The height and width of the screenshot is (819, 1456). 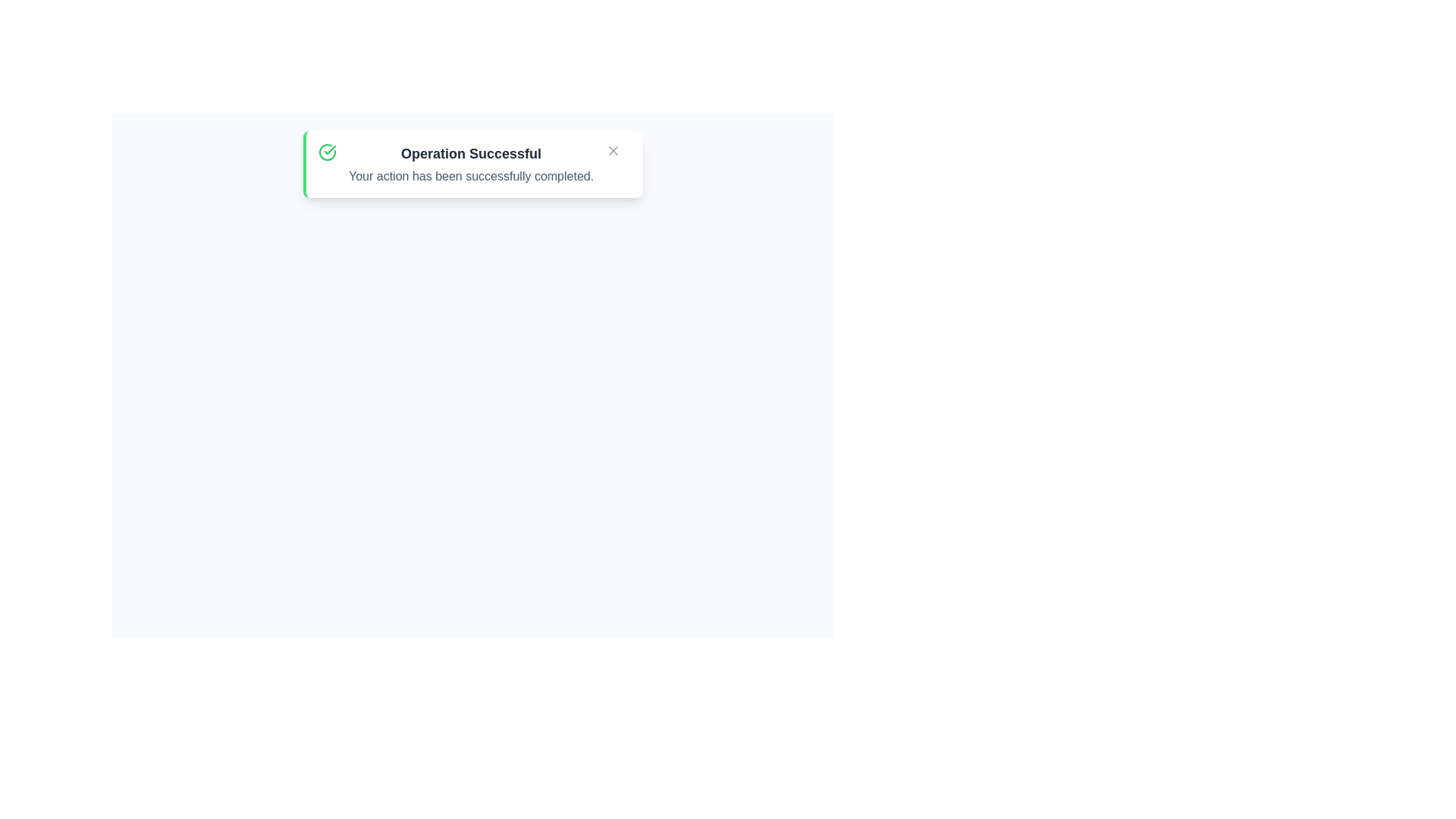 What do you see at coordinates (327, 152) in the screenshot?
I see `the circular green-bordered icon with a checkmark, which symbolizes confirmation or success, located to the left of the notification area containing the text 'Operation Successful'` at bounding box center [327, 152].